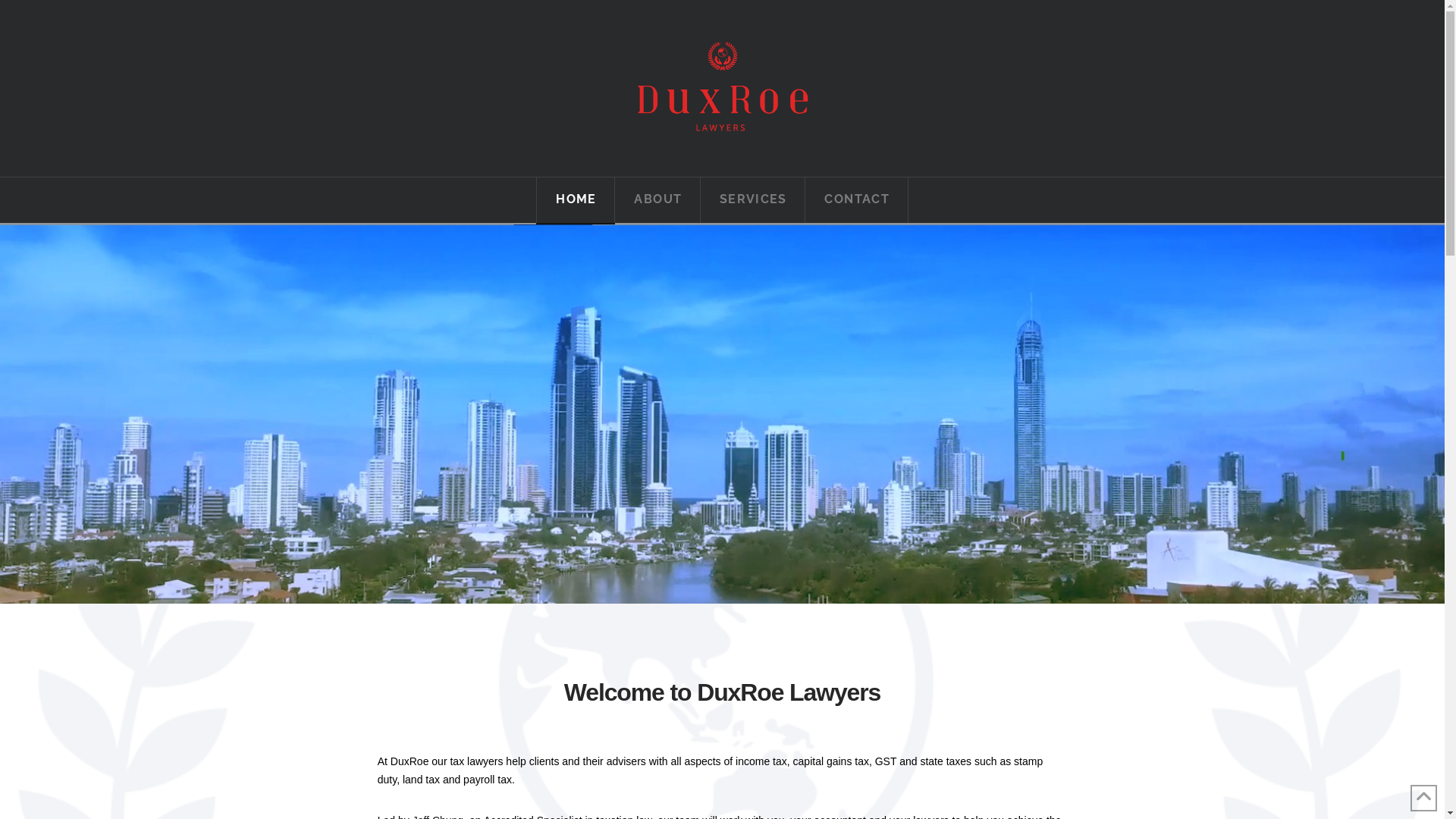 This screenshot has height=819, width=1456. Describe the element at coordinates (657, 199) in the screenshot. I see `'ABOUT'` at that location.